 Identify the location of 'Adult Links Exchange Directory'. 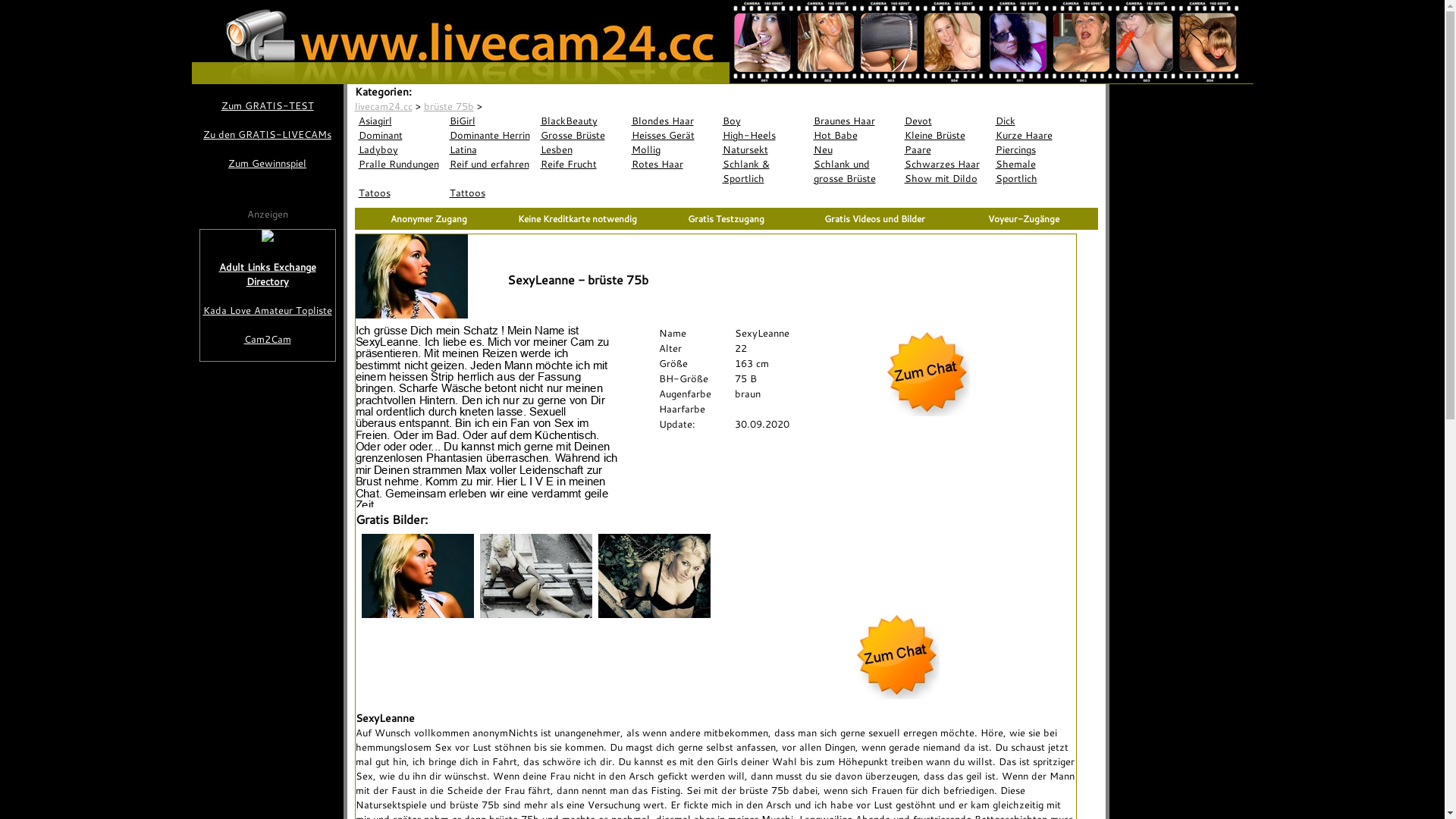
(268, 275).